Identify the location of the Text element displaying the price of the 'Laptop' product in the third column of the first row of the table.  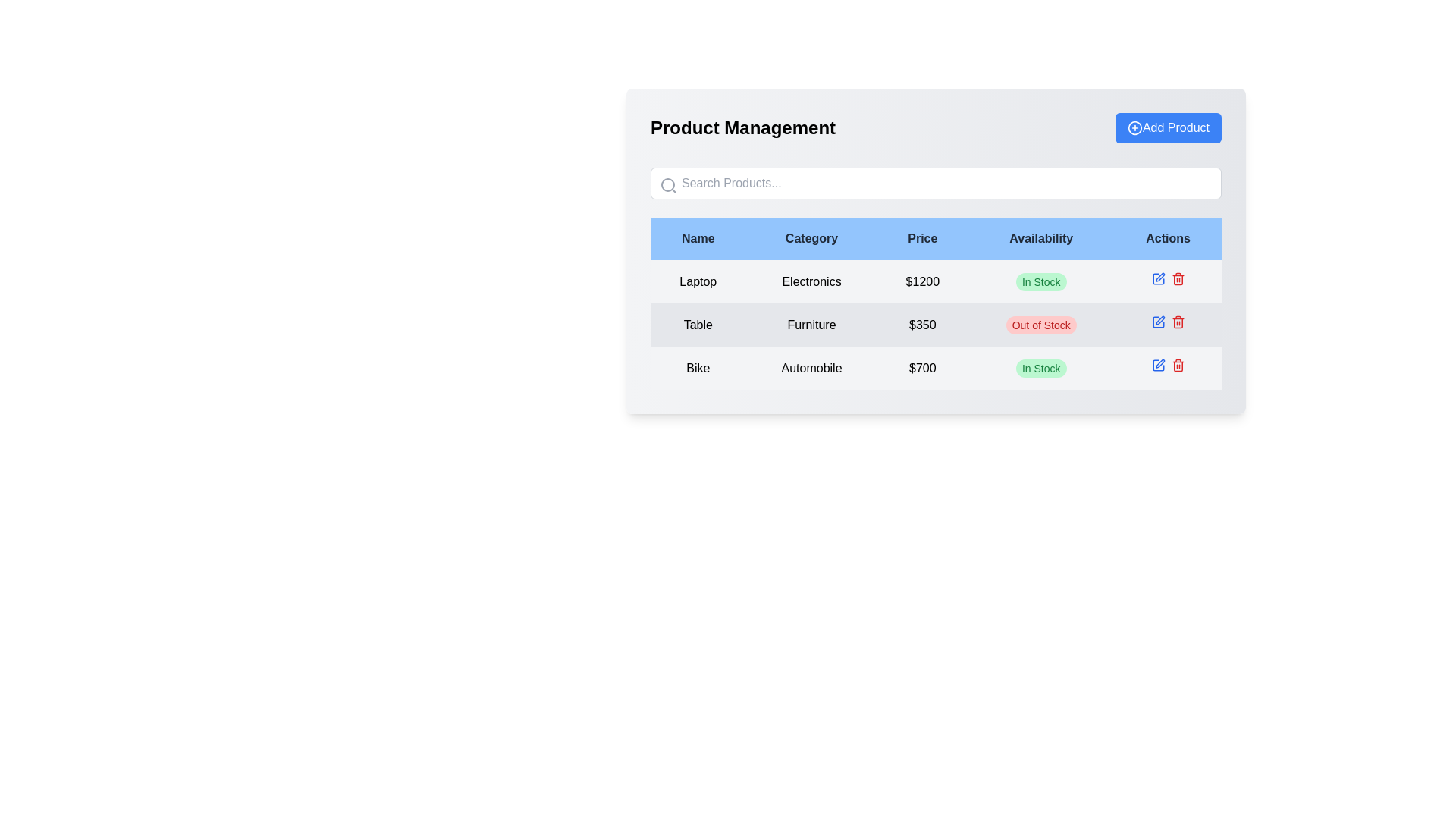
(921, 281).